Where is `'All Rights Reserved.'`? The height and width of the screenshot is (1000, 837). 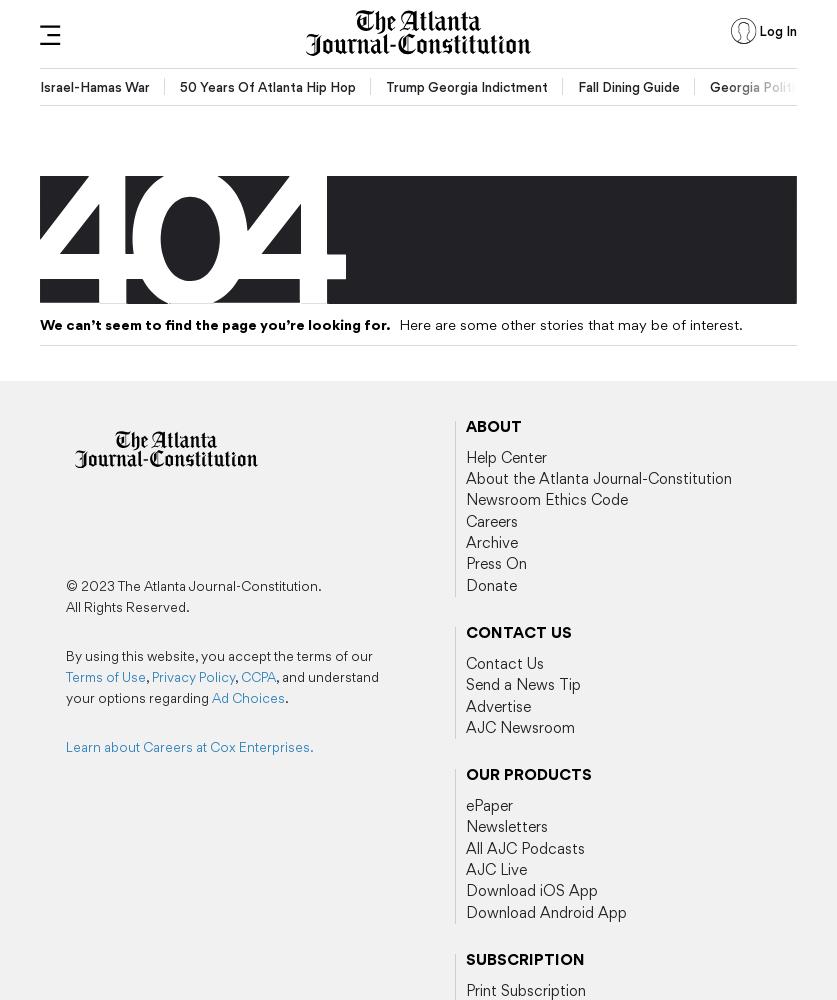 'All Rights Reserved.' is located at coordinates (127, 606).